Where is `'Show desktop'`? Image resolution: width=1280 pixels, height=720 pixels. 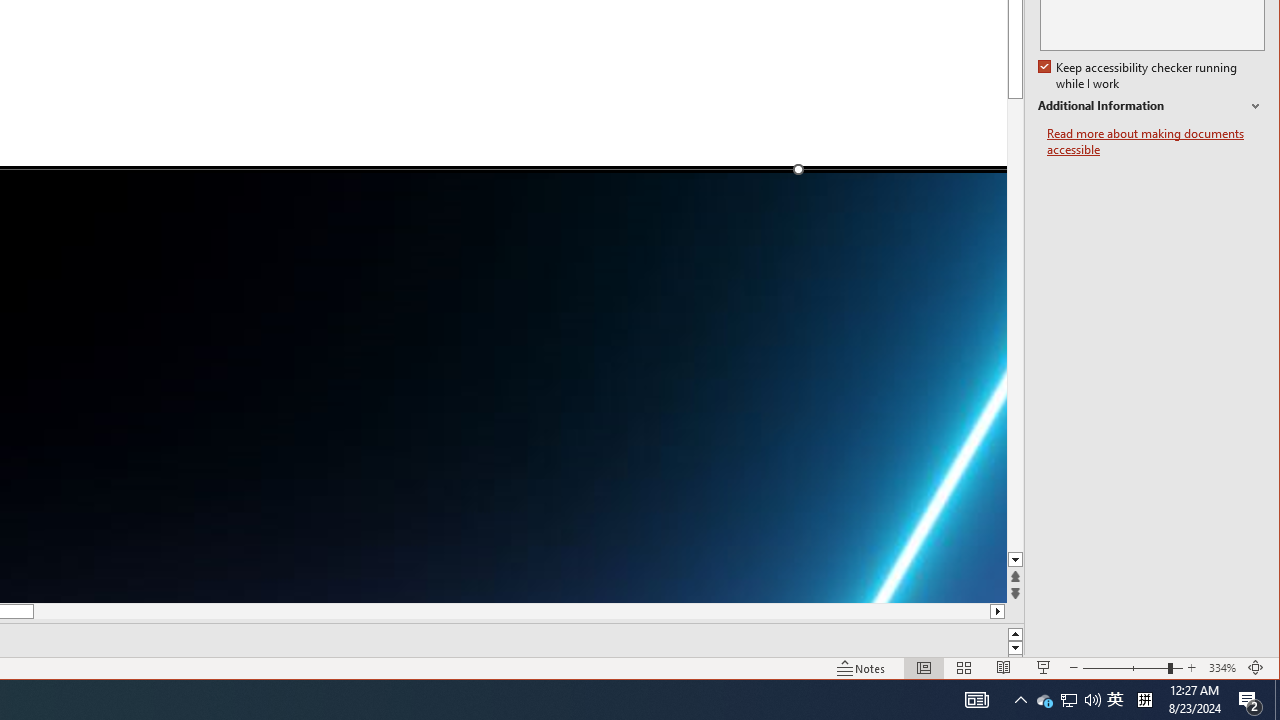
'Show desktop' is located at coordinates (1276, 698).